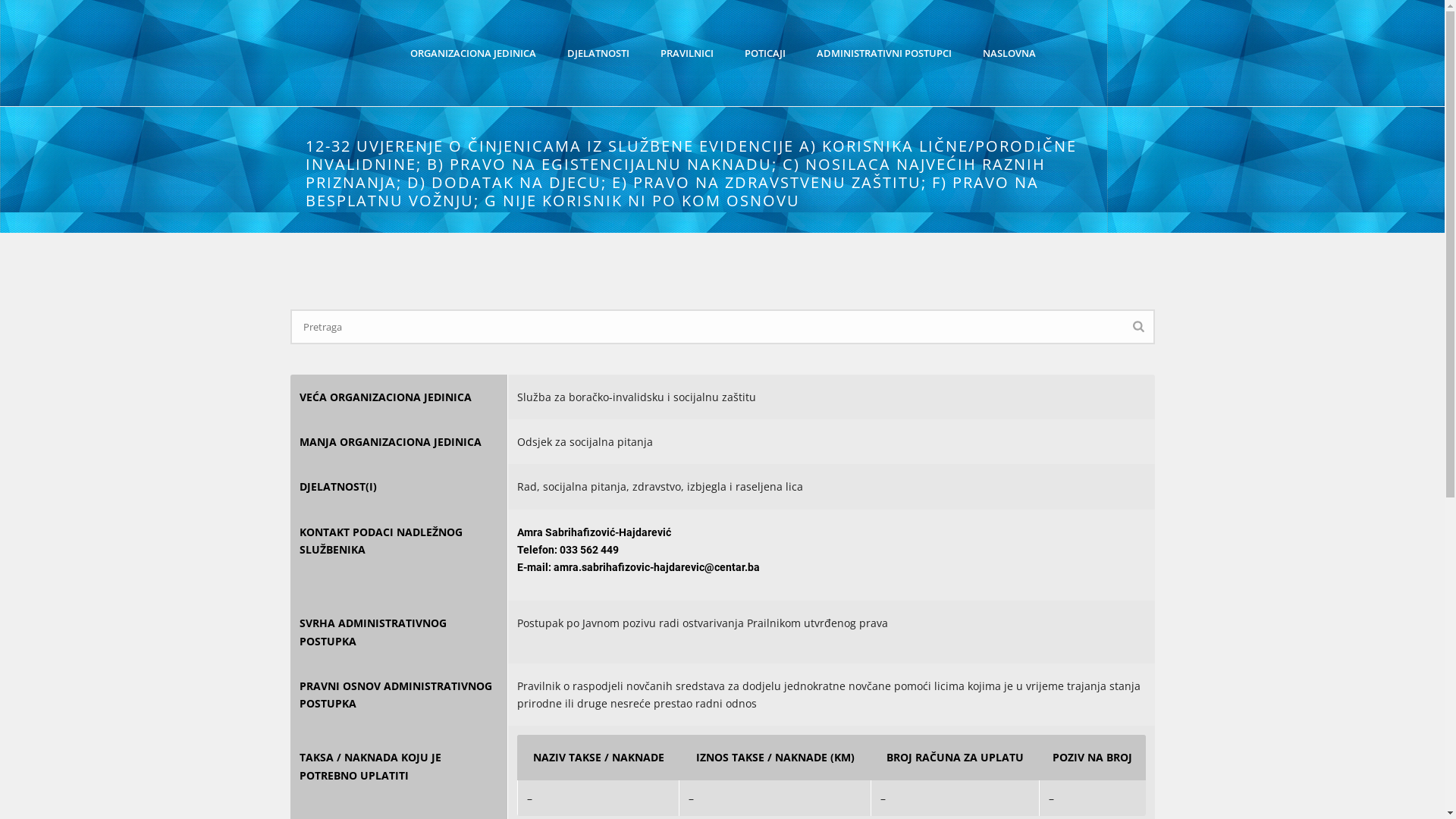 This screenshot has width=1456, height=819. I want to click on 'POTICAJI', so click(764, 52).